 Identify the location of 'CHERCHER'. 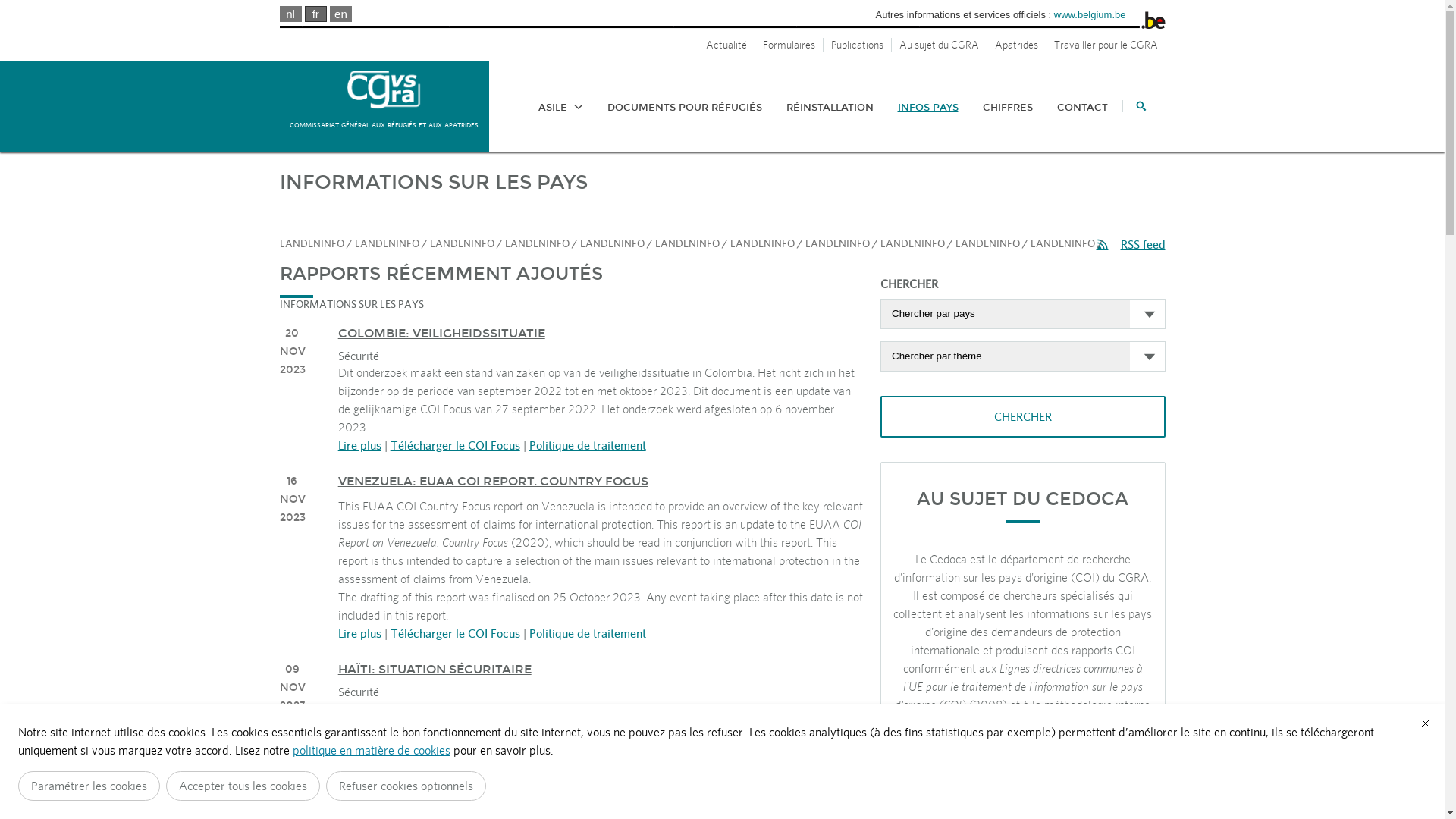
(1022, 416).